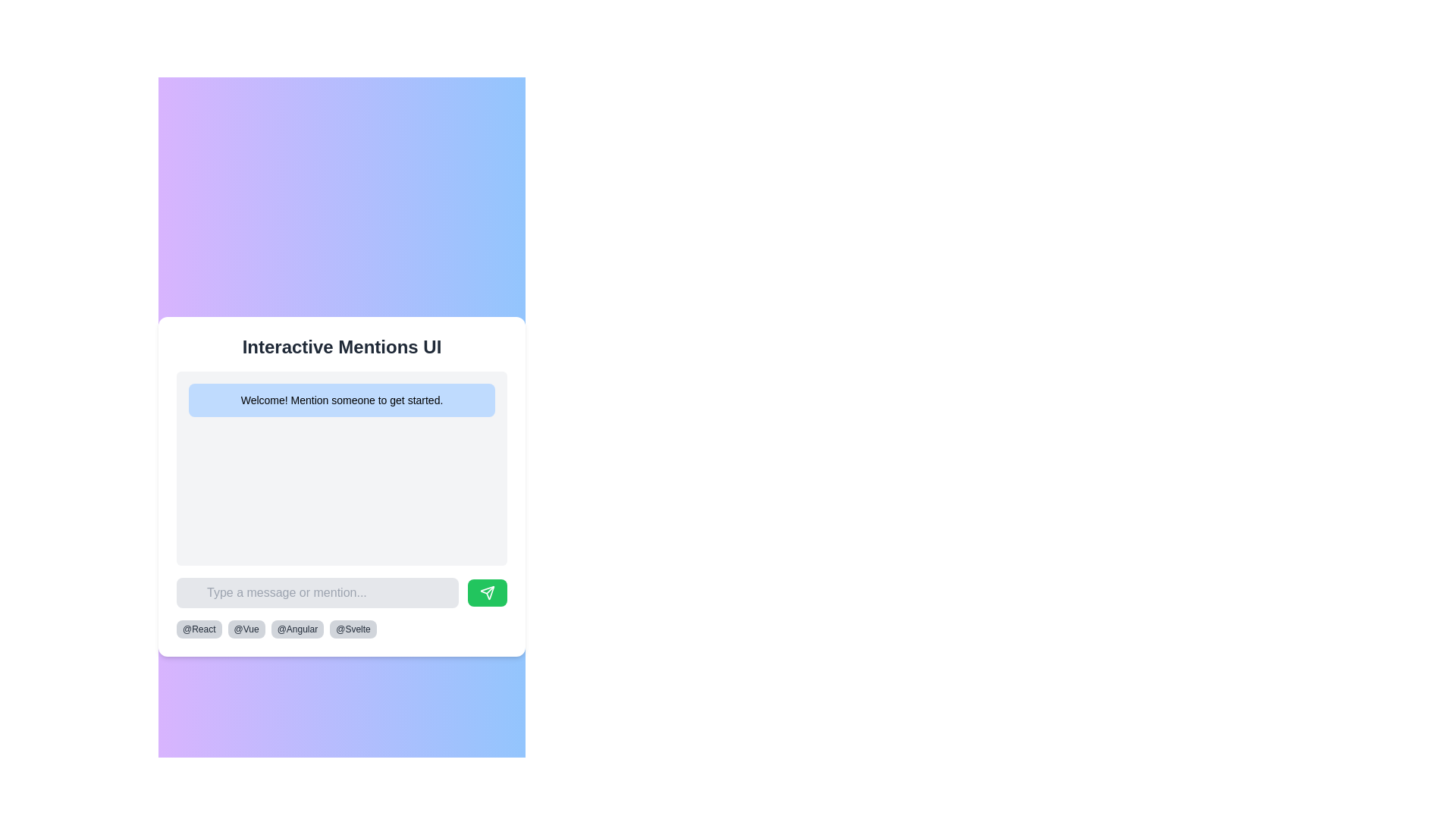 This screenshot has height=819, width=1456. Describe the element at coordinates (246, 629) in the screenshot. I see `the second button-like tag labeled '@Vue'` at that location.